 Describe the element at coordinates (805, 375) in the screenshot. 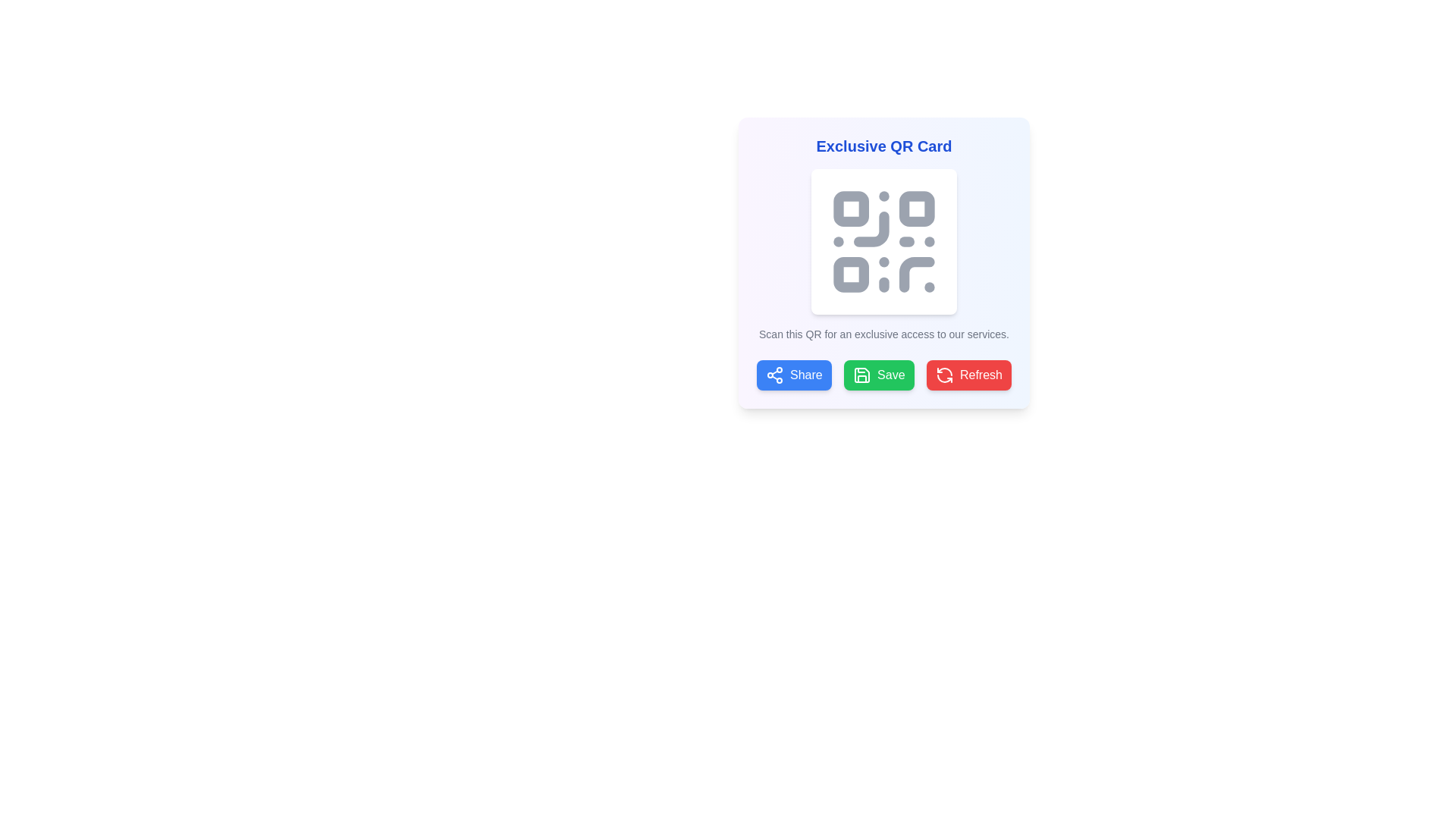

I see `the first button from the left in the bottom row under the QR card panel` at that location.